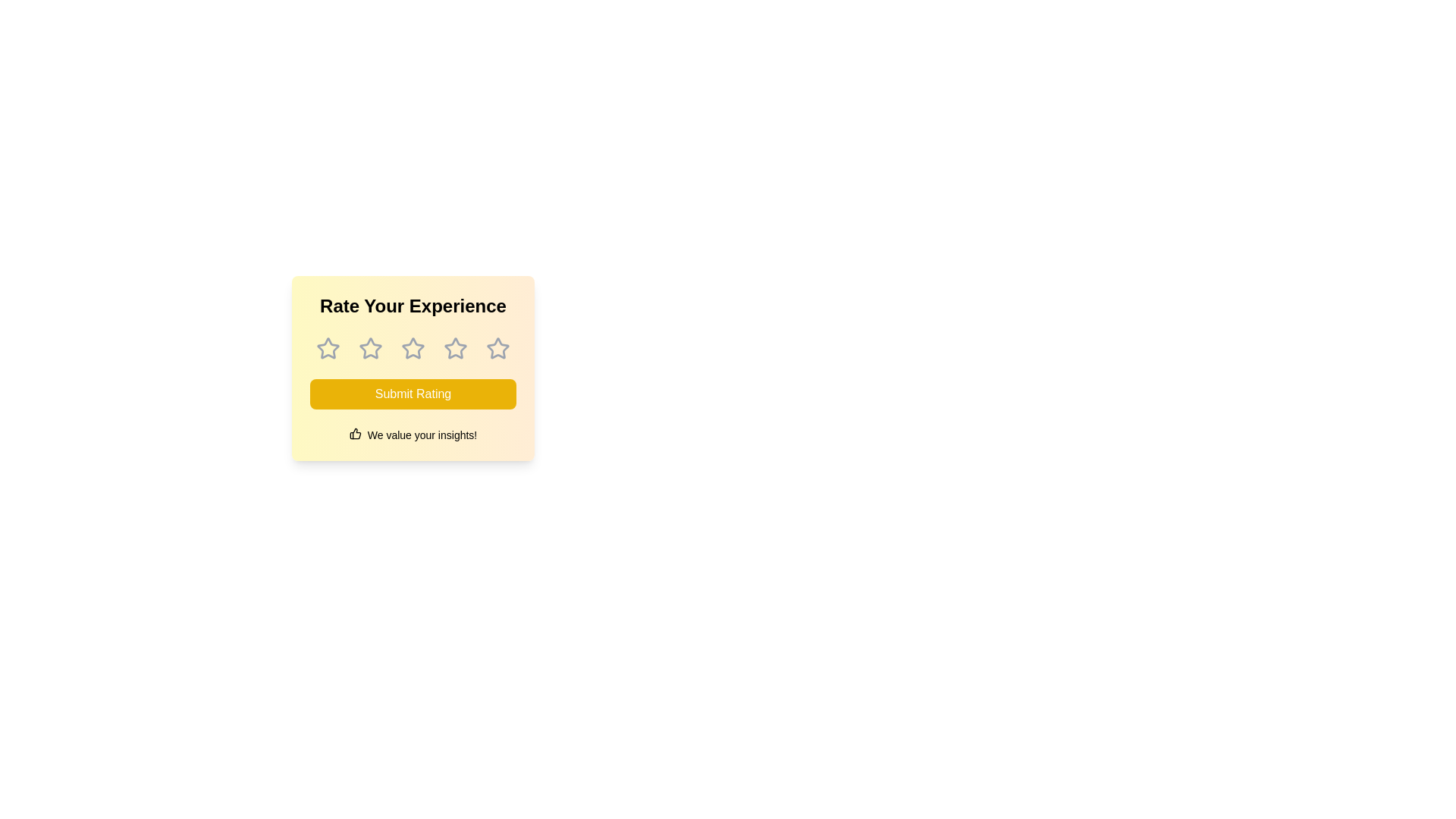 The image size is (1456, 819). Describe the element at coordinates (413, 348) in the screenshot. I see `the third star icon from the left in the rating interface to rate the experience` at that location.